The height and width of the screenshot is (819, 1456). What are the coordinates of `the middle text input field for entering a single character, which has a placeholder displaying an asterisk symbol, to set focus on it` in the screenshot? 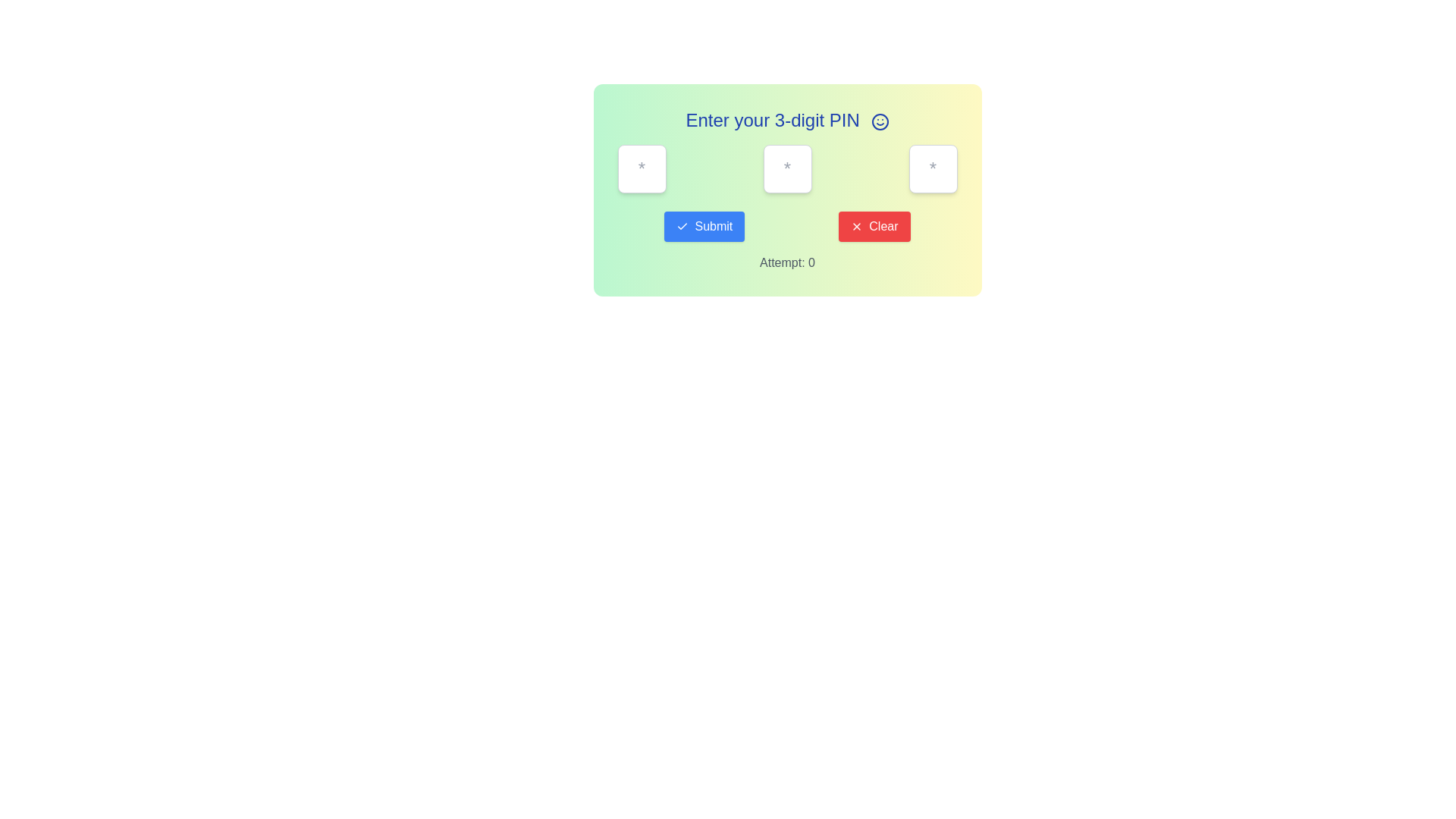 It's located at (787, 189).